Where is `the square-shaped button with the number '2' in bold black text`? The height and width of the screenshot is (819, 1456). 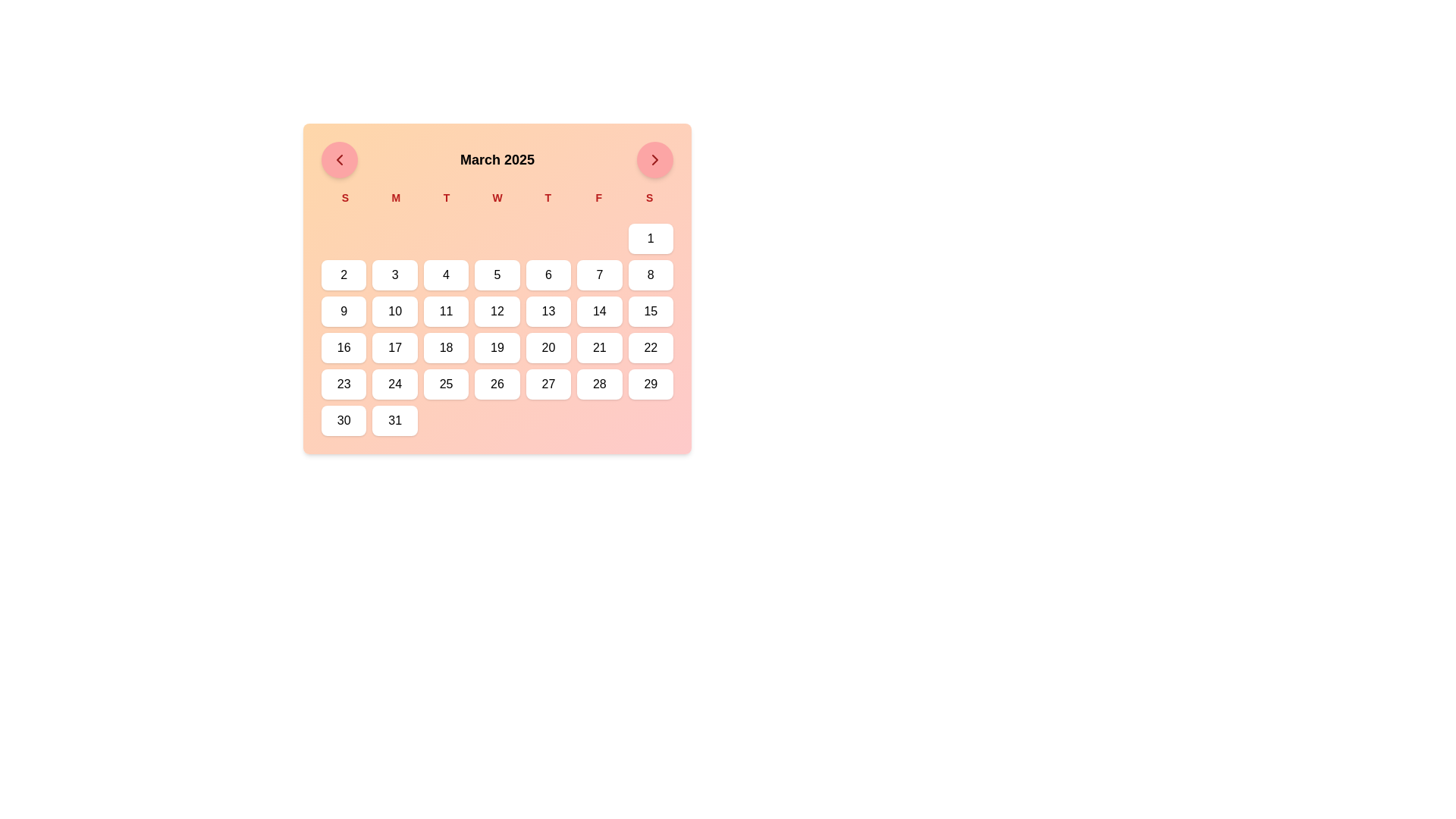
the square-shaped button with the number '2' in bold black text is located at coordinates (343, 275).